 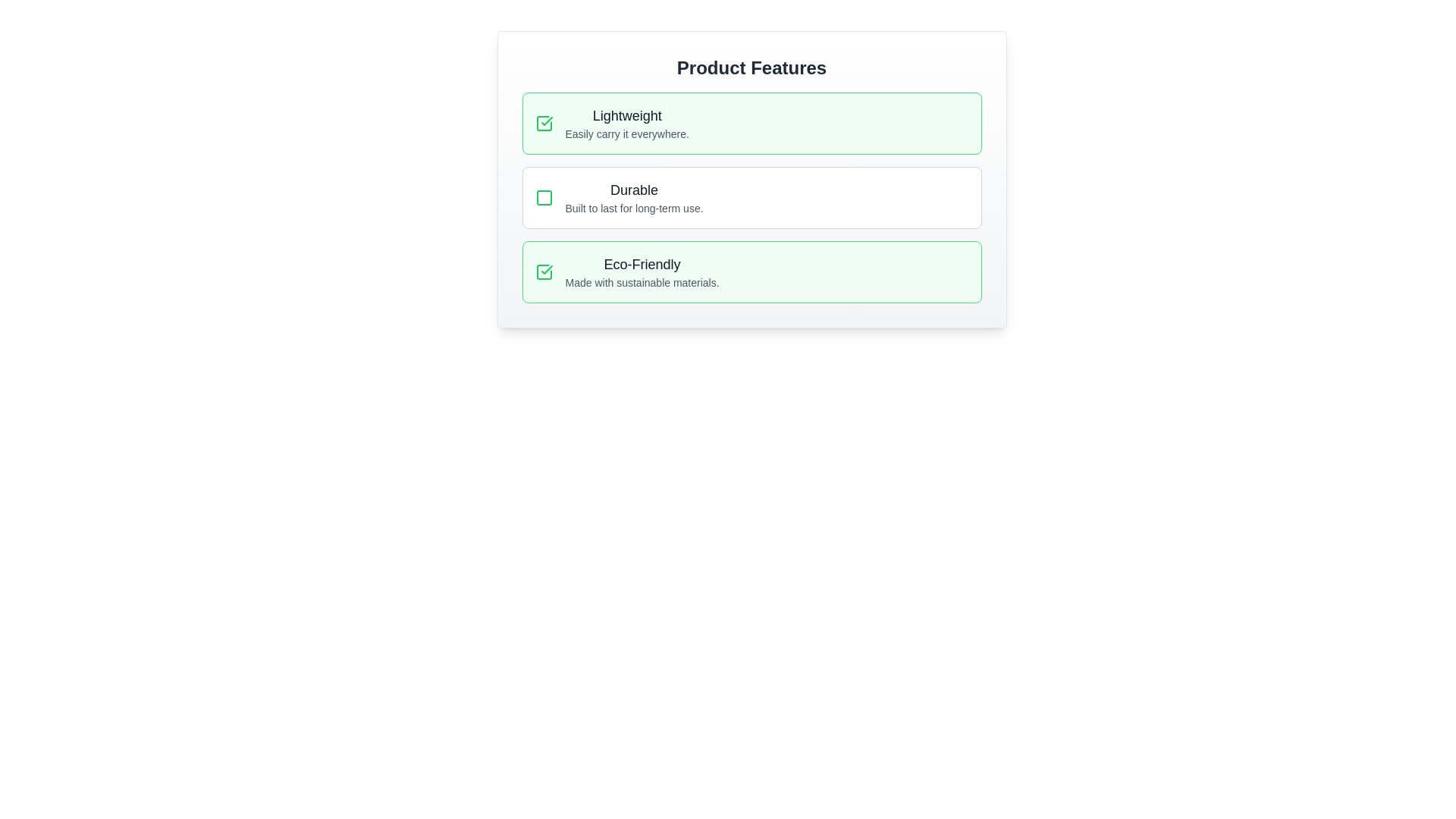 I want to click on text of the Text Label located at the top of the first feature block under the 'Product Features' section, so click(x=627, y=115).